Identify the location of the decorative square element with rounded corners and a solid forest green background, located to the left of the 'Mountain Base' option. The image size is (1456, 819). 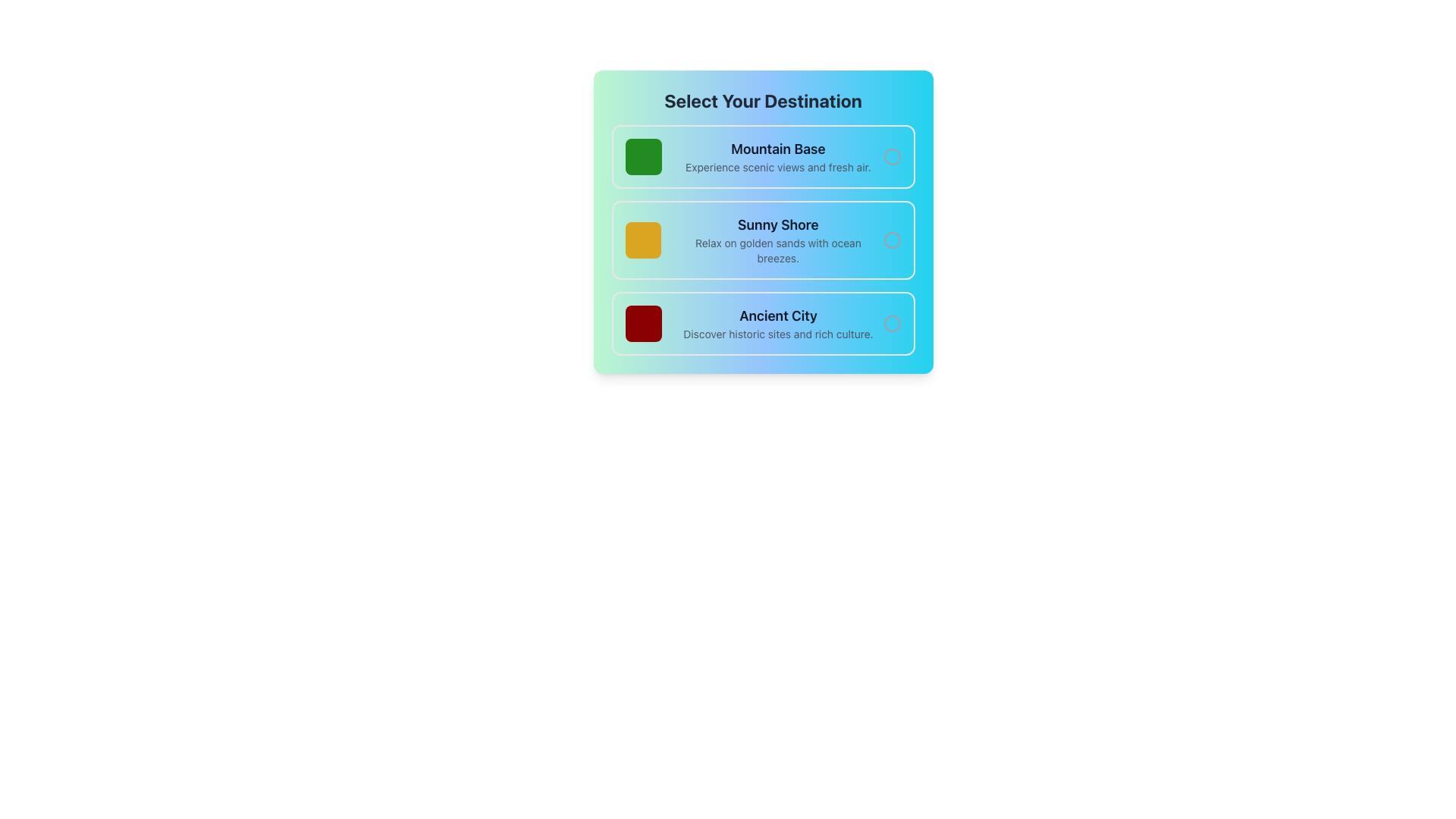
(643, 157).